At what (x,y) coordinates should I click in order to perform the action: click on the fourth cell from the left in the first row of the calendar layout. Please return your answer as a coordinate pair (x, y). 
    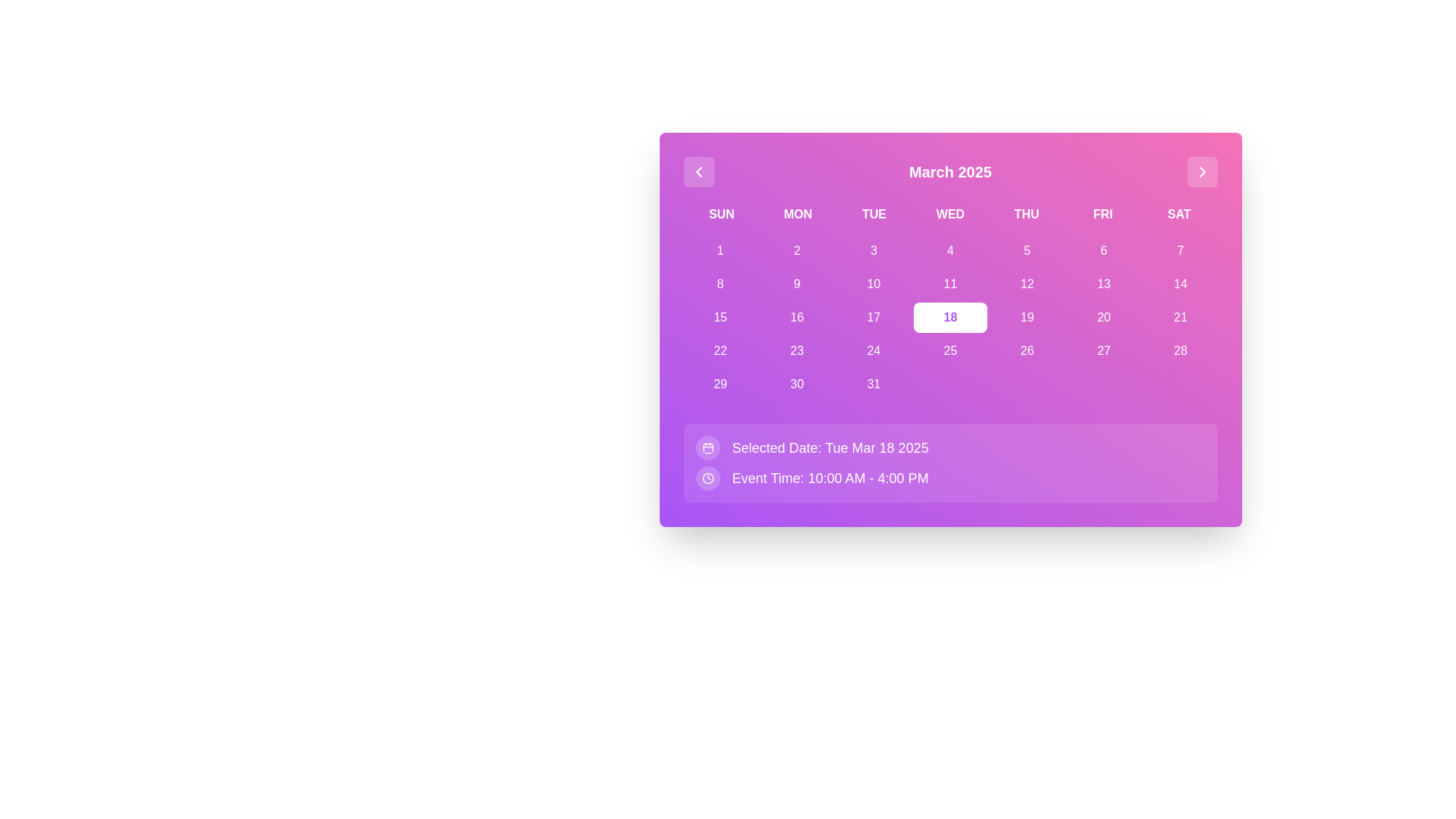
    Looking at the image, I should click on (949, 250).